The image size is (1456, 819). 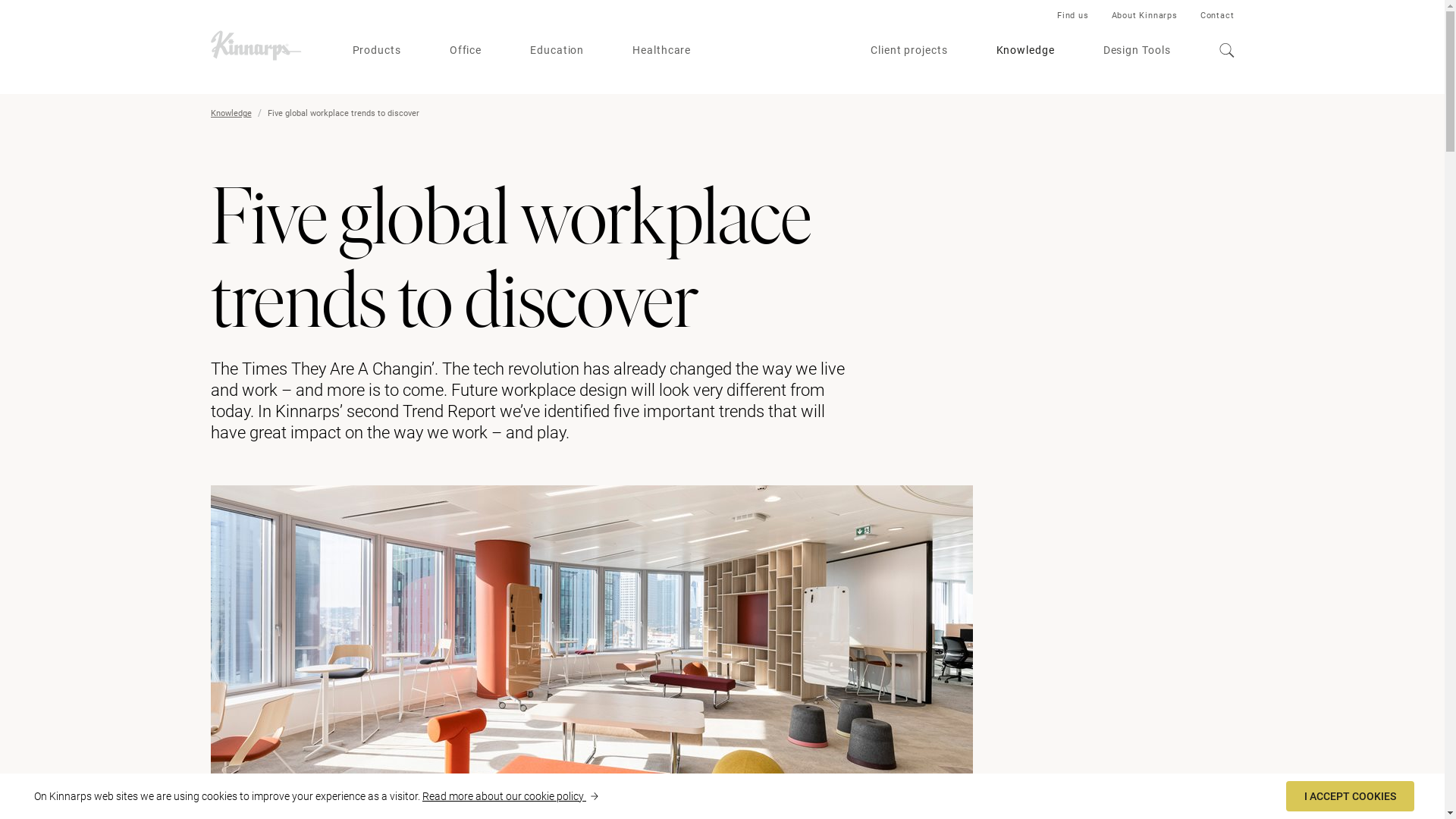 What do you see at coordinates (231, 112) in the screenshot?
I see `'Knowledge'` at bounding box center [231, 112].